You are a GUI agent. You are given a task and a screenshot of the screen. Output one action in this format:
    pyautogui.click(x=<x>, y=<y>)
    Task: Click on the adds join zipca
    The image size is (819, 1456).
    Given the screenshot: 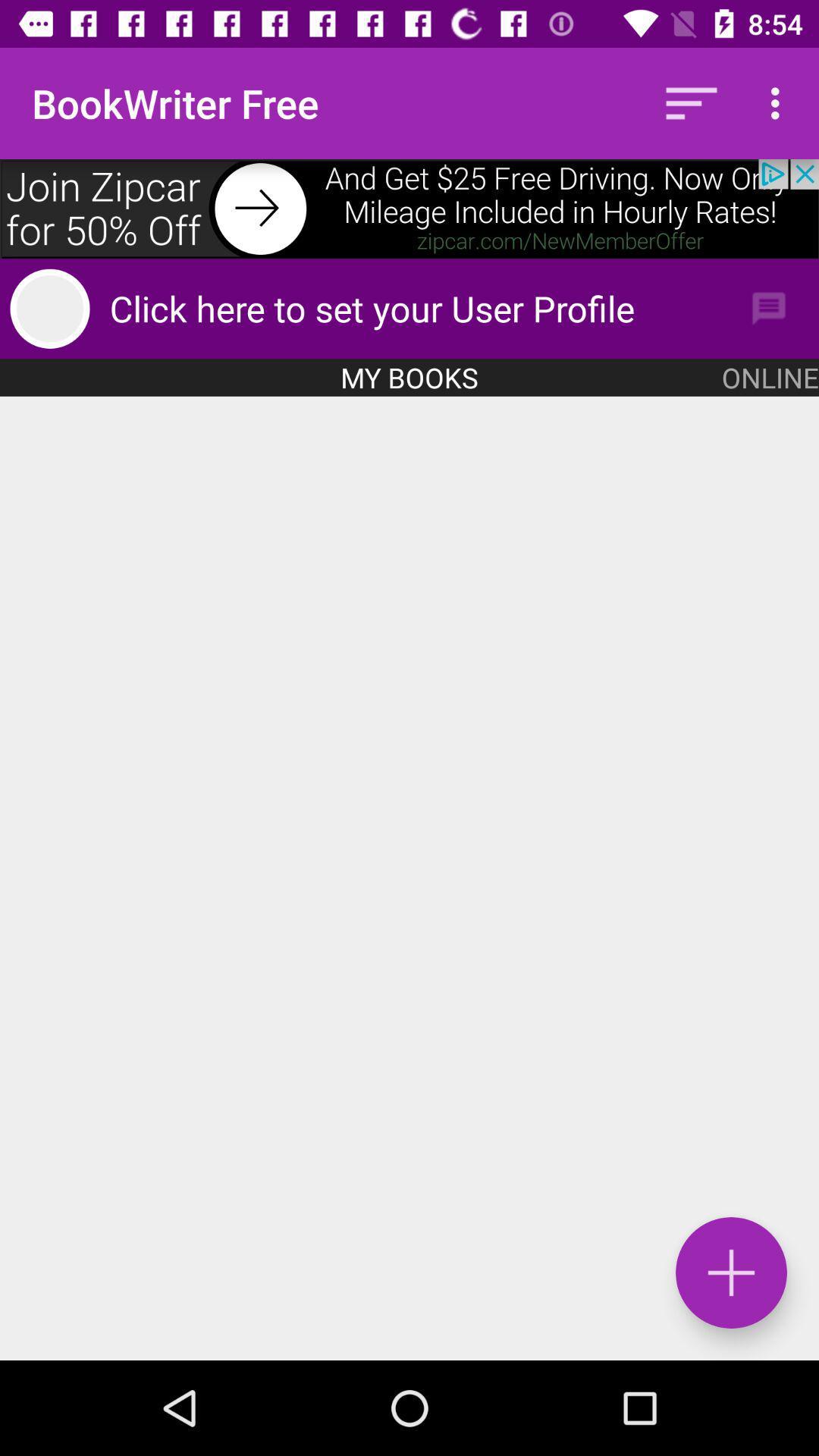 What is the action you would take?
    pyautogui.click(x=409, y=208)
    